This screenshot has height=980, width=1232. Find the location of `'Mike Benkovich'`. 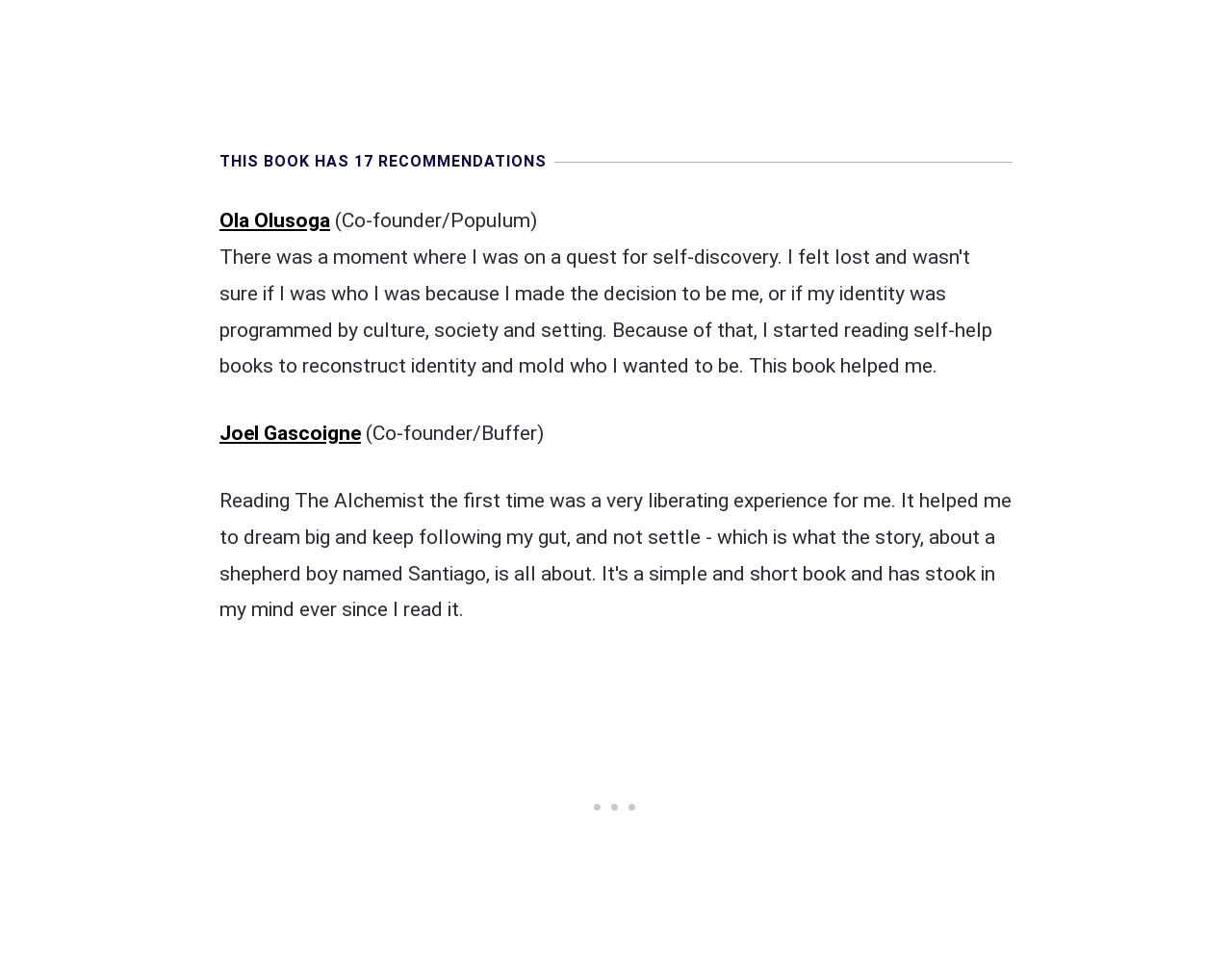

'Mike Benkovich' is located at coordinates (218, 830).